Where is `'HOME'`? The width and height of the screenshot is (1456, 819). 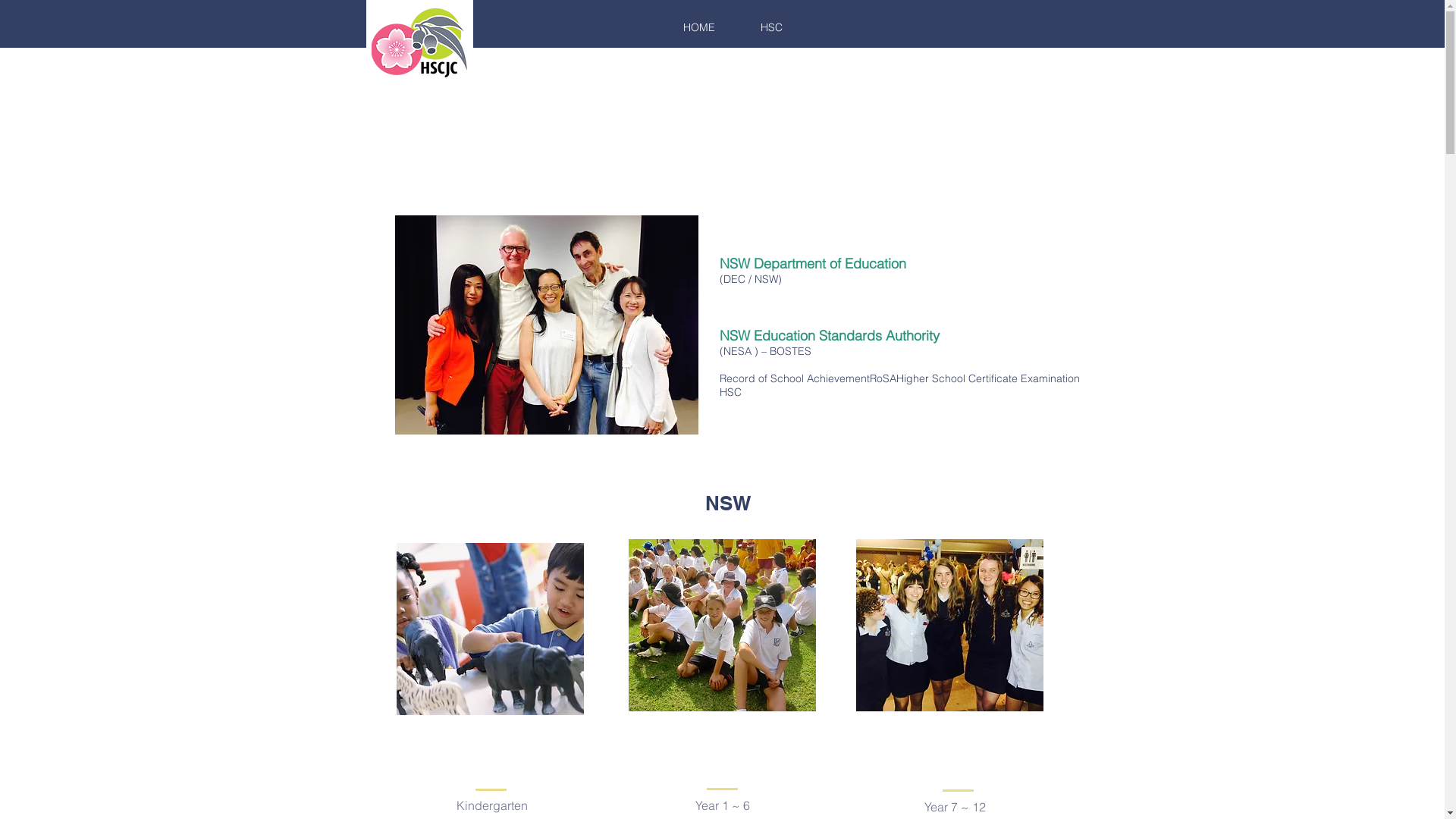
'HOME' is located at coordinates (698, 27).